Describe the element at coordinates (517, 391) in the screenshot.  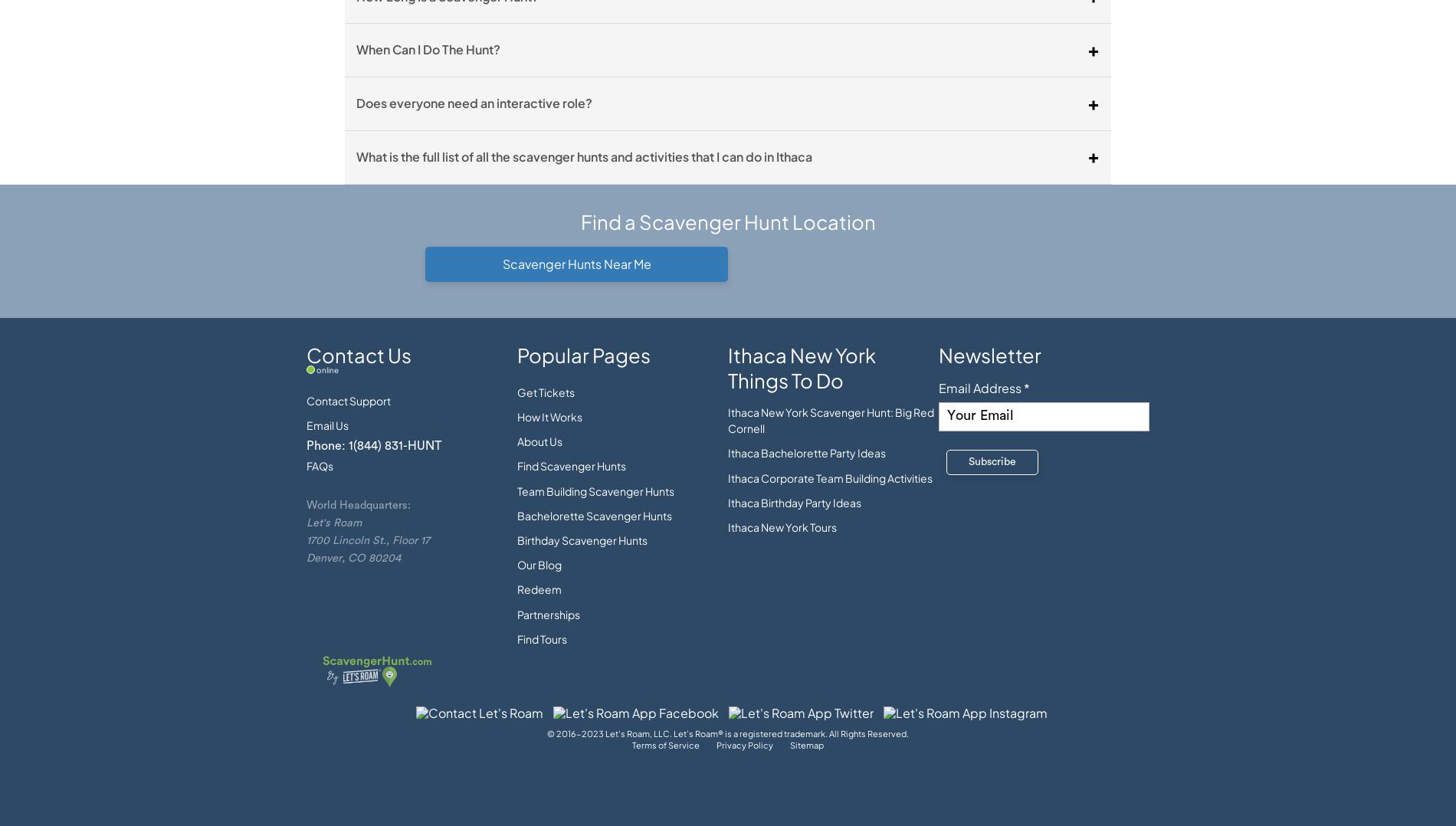
I see `'Get Tickets'` at that location.